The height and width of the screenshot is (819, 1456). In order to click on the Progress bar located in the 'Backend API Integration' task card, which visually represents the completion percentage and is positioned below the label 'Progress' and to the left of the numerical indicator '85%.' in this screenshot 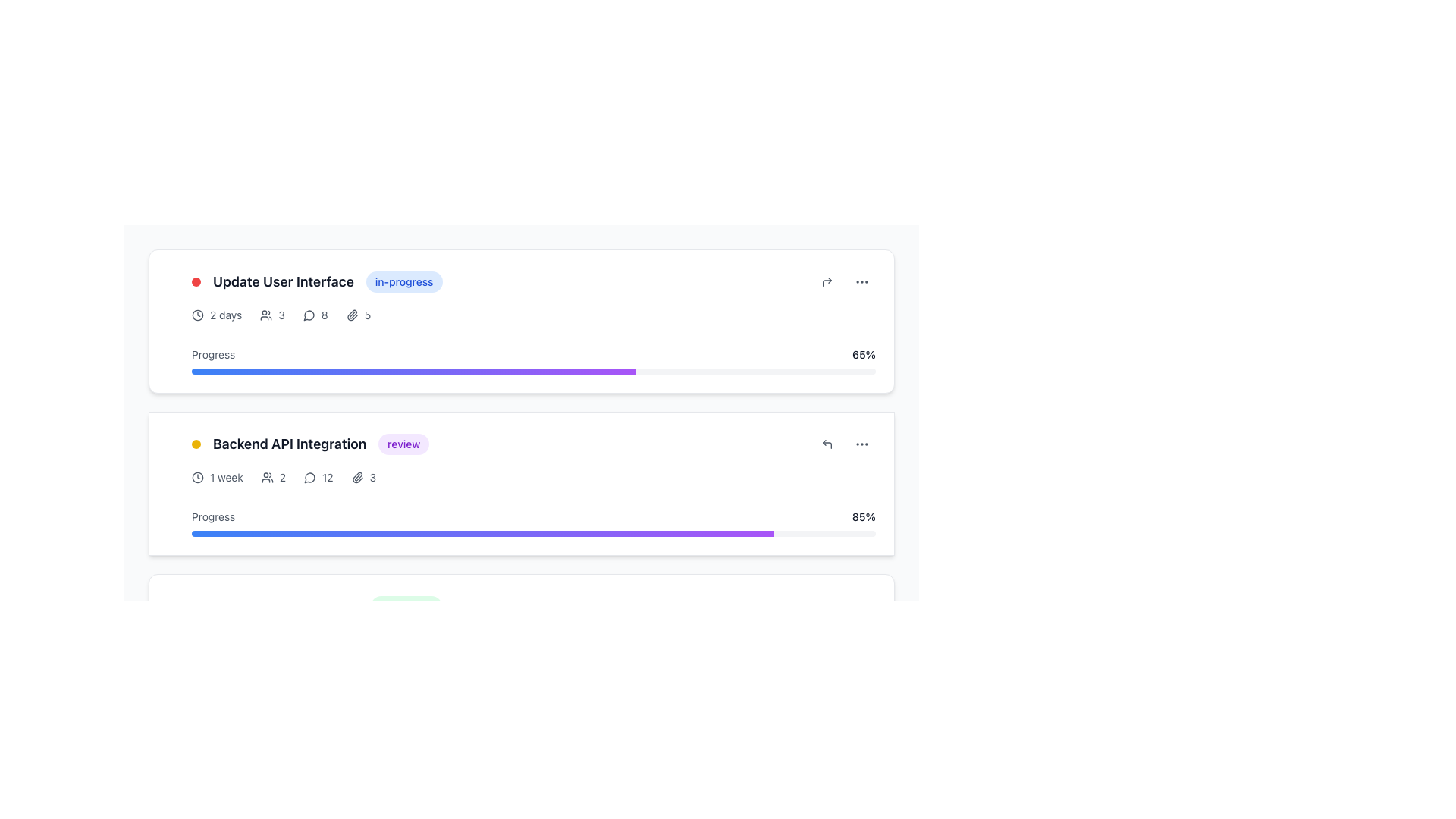, I will do `click(534, 533)`.